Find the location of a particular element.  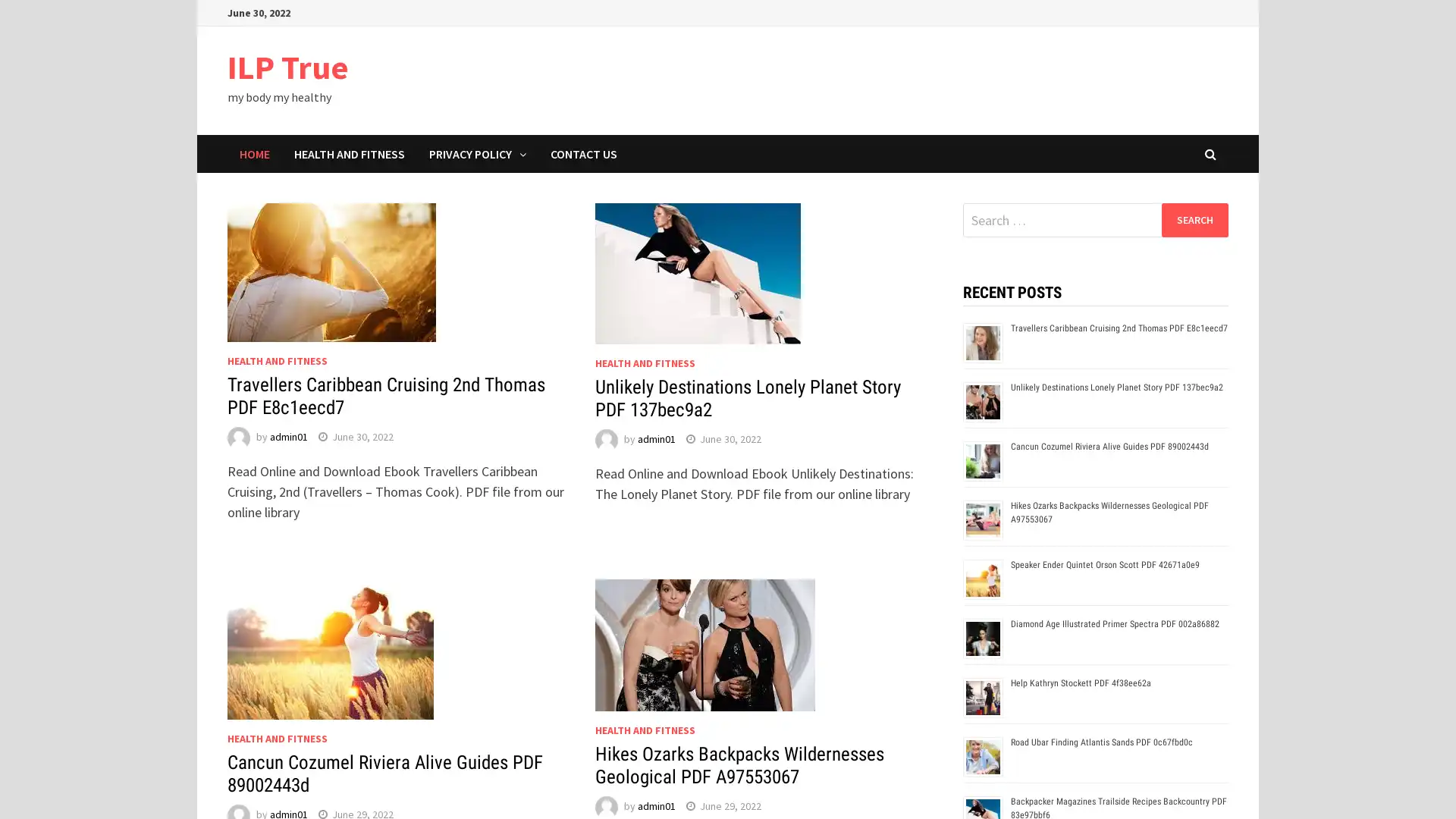

Search is located at coordinates (1194, 219).